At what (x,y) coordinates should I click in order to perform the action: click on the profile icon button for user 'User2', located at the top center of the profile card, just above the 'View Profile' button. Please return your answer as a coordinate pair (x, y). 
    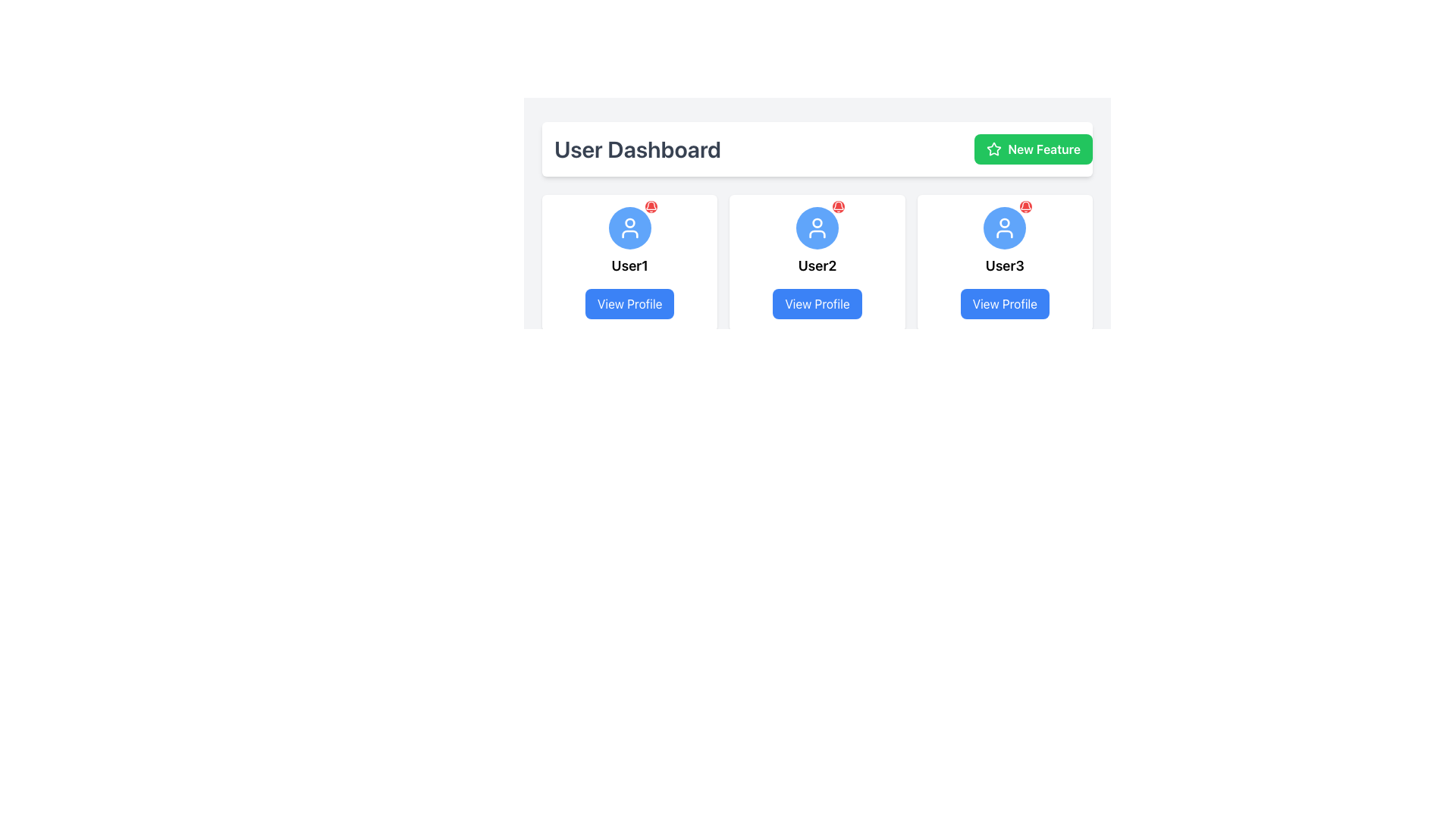
    Looking at the image, I should click on (816, 227).